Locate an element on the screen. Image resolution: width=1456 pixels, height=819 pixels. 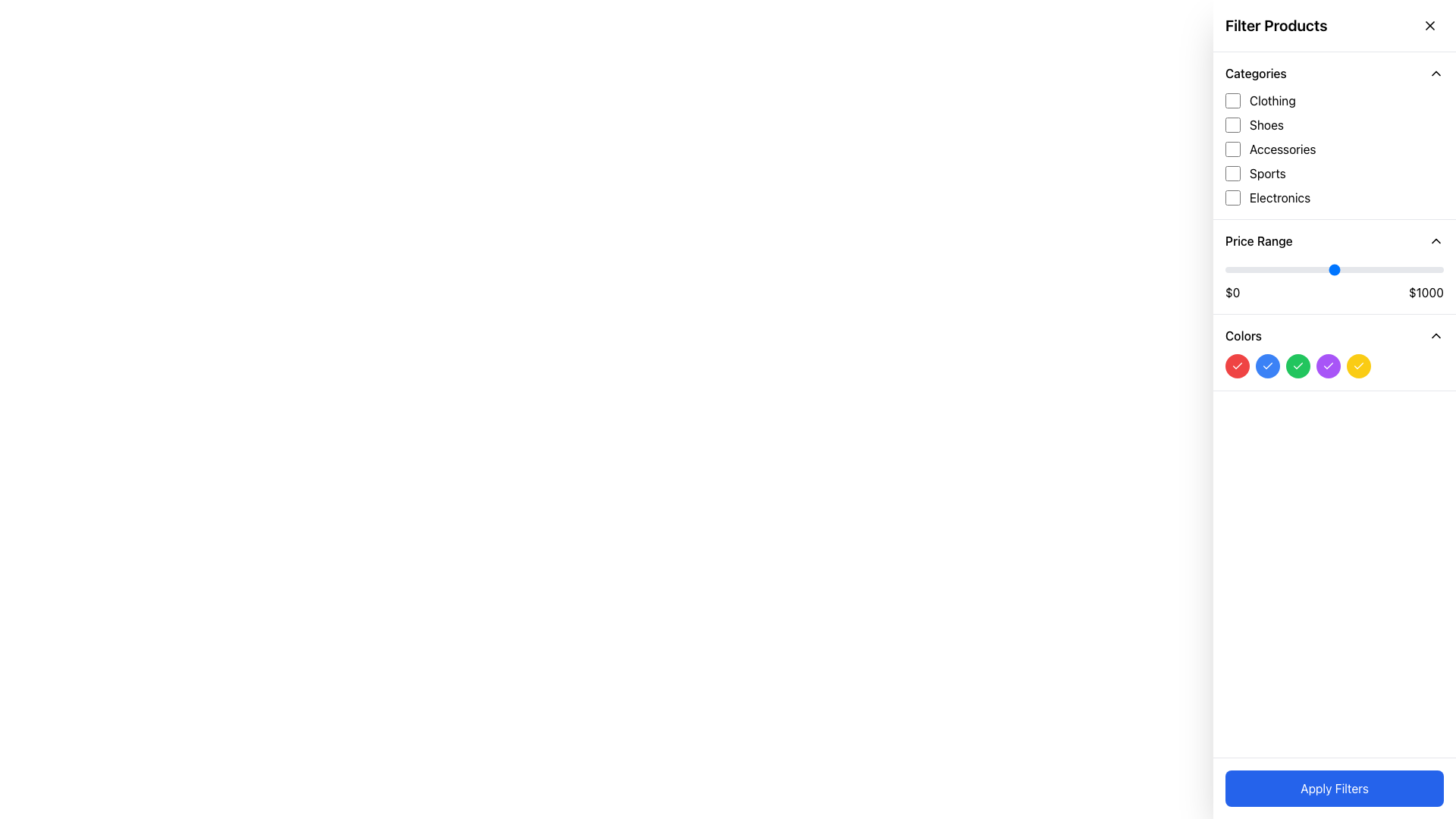
the chevron-up icon used for upward action or collapse function, located to the right of the 'Price Range' label in the filter options section is located at coordinates (1436, 240).